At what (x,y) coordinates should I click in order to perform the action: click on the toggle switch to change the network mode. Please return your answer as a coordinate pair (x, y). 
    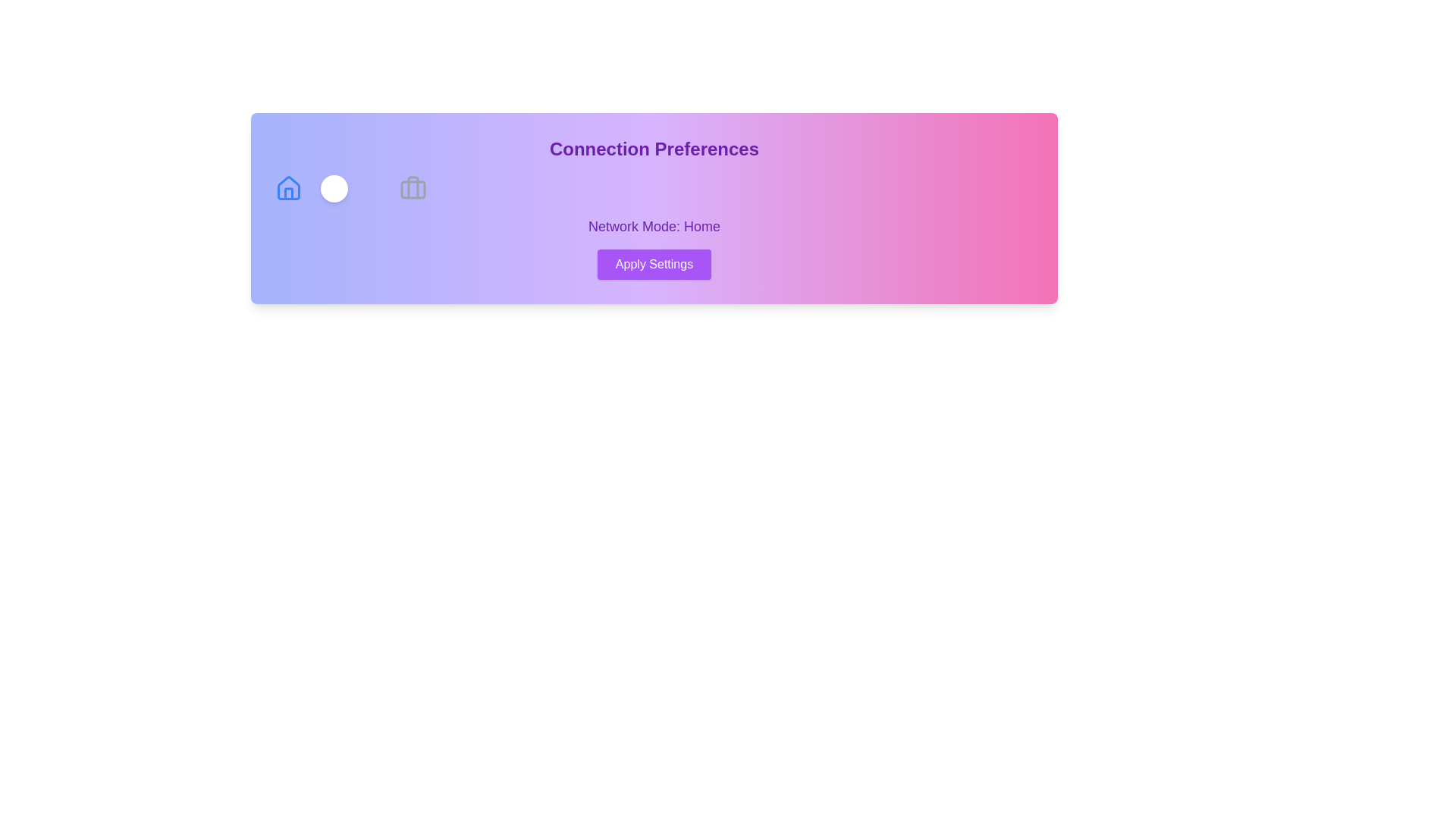
    Looking at the image, I should click on (350, 188).